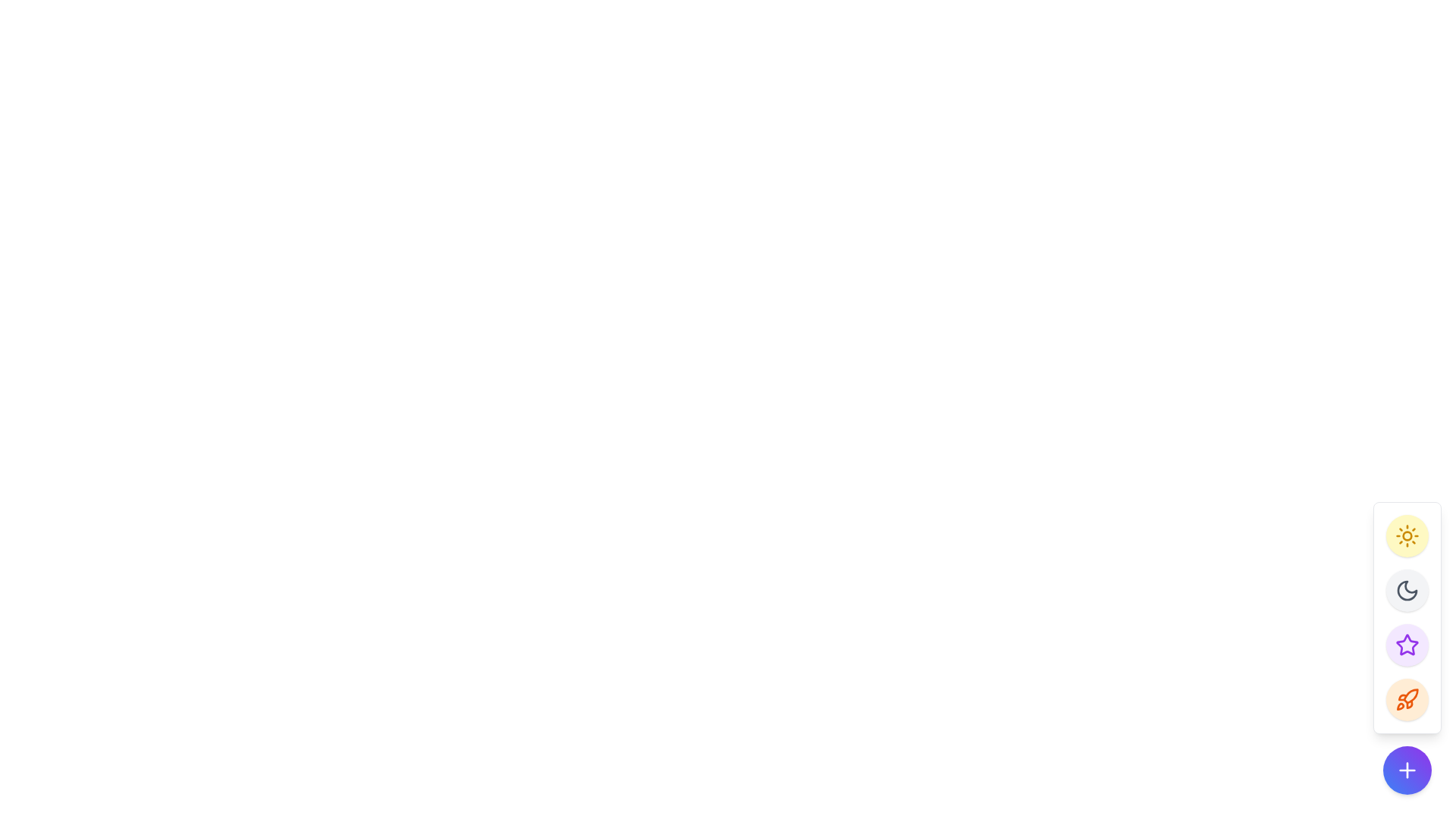 This screenshot has height=819, width=1456. I want to click on the central circular part of the sun icon located within the right-side toolbar of the interface, so click(1407, 535).